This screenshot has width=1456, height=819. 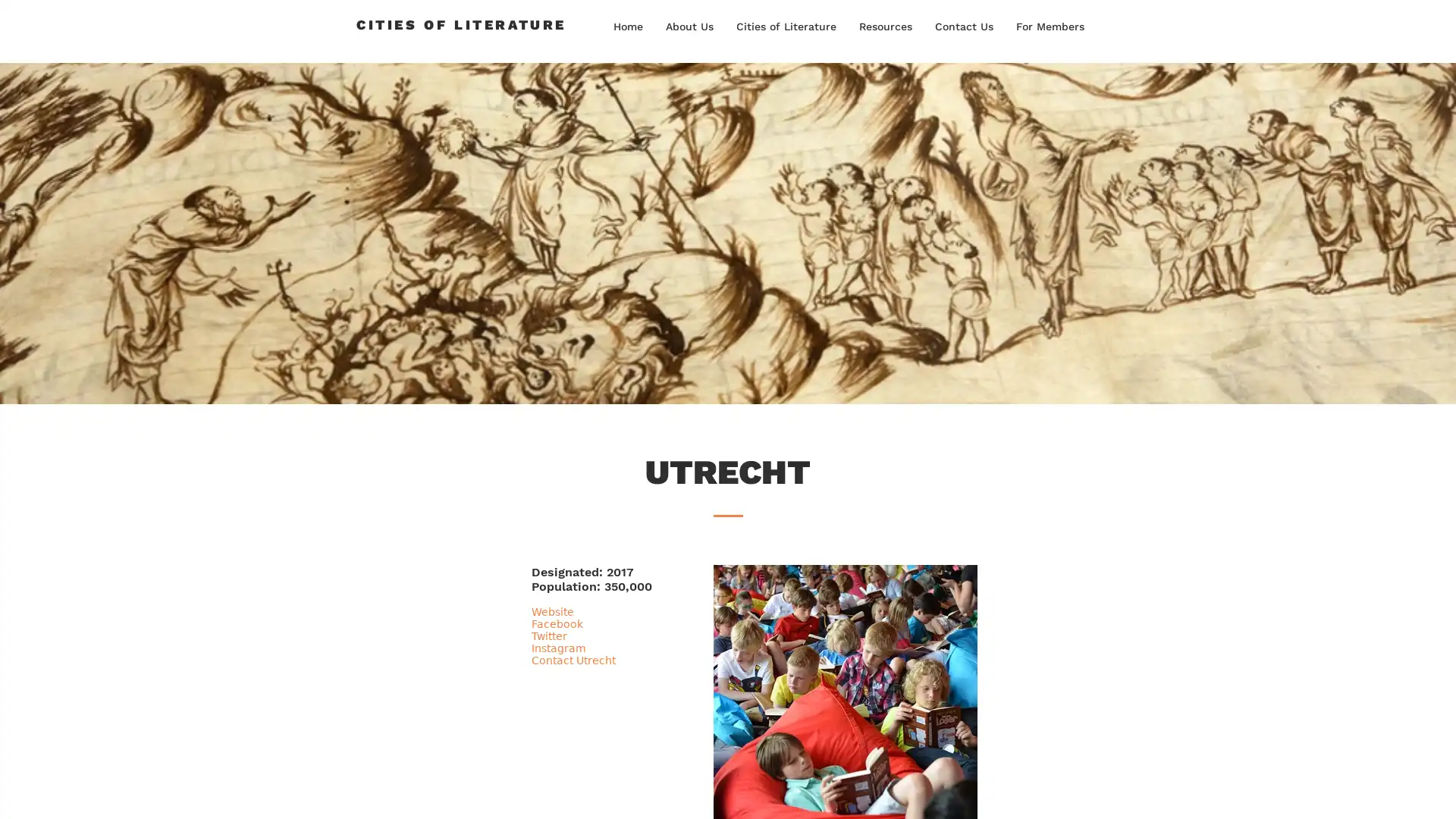 What do you see at coordinates (1388, 792) in the screenshot?
I see `Accept` at bounding box center [1388, 792].